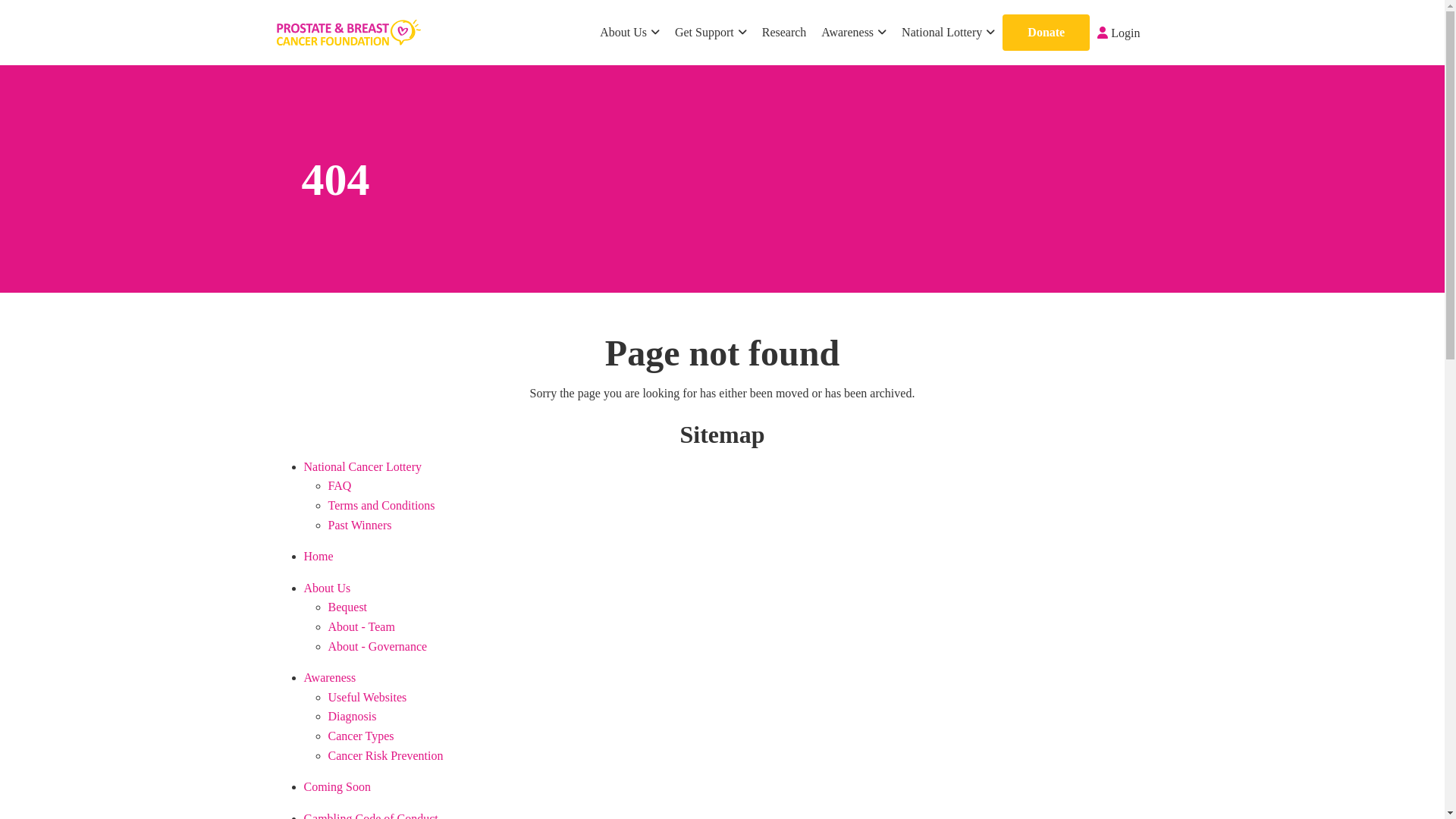 This screenshot has width=1456, height=819. Describe the element at coordinates (784, 32) in the screenshot. I see `'Research'` at that location.